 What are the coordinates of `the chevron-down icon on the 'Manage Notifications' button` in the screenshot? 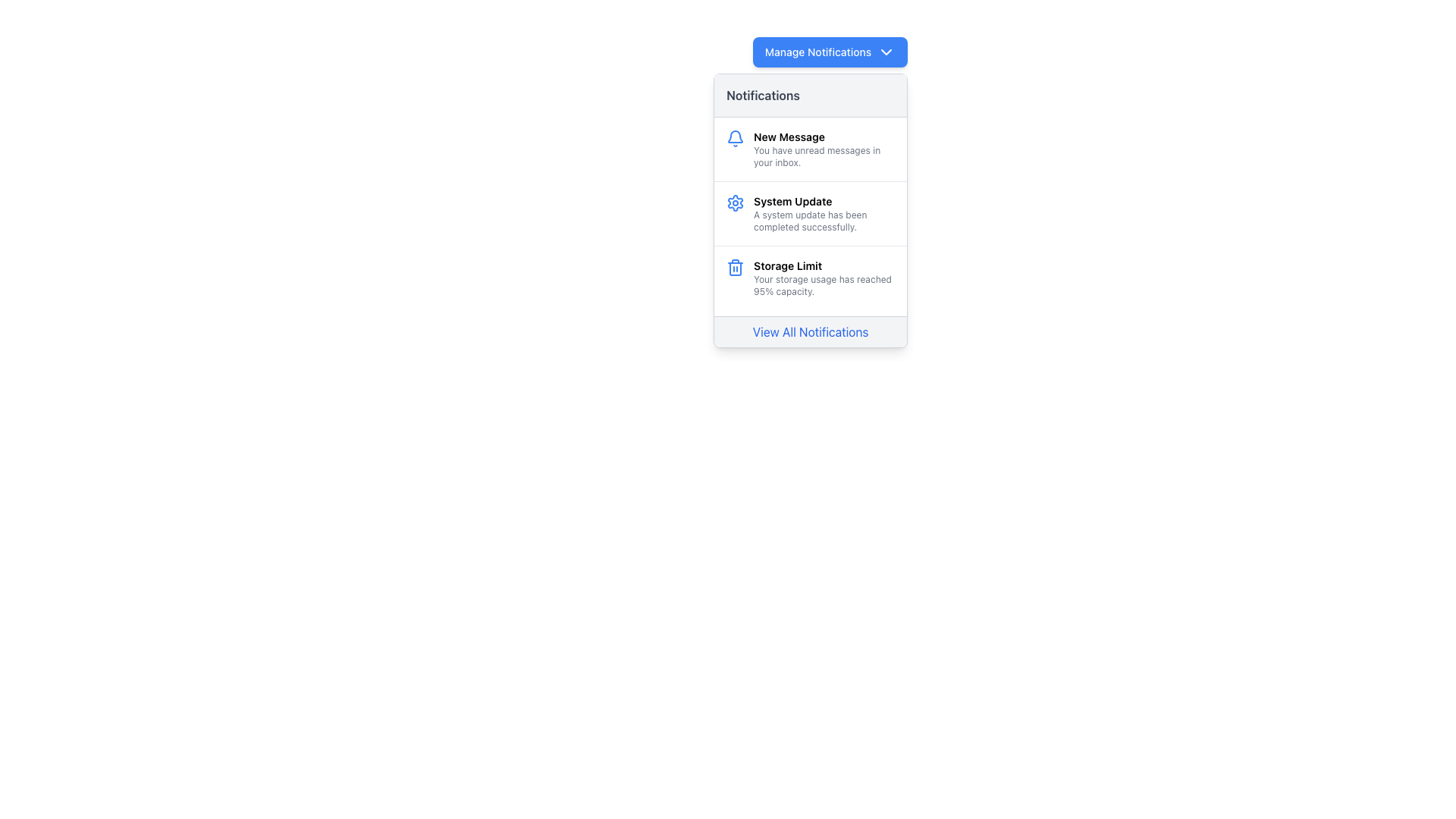 It's located at (886, 52).